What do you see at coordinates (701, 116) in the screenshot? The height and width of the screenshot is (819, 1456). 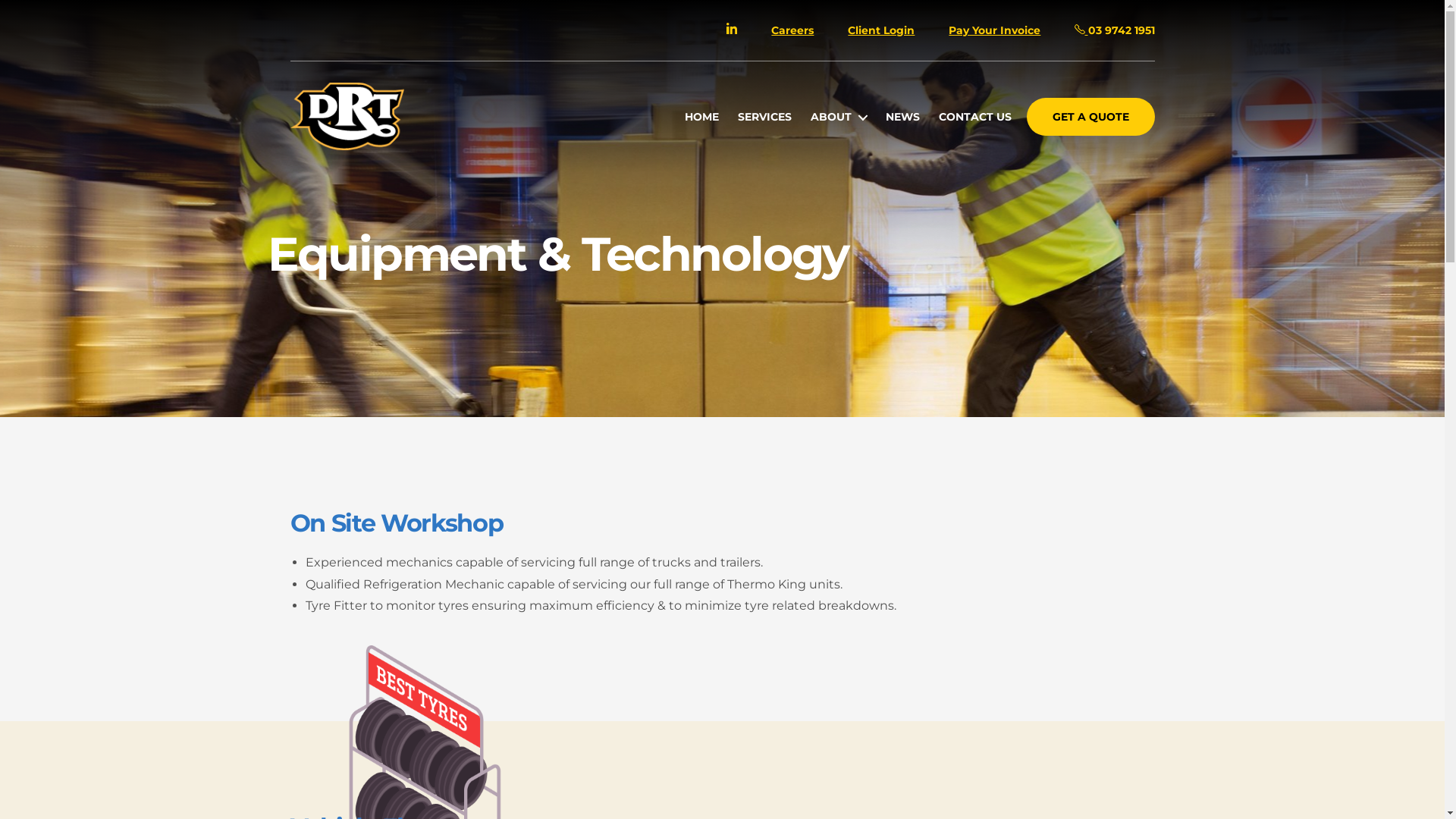 I see `'HOME'` at bounding box center [701, 116].